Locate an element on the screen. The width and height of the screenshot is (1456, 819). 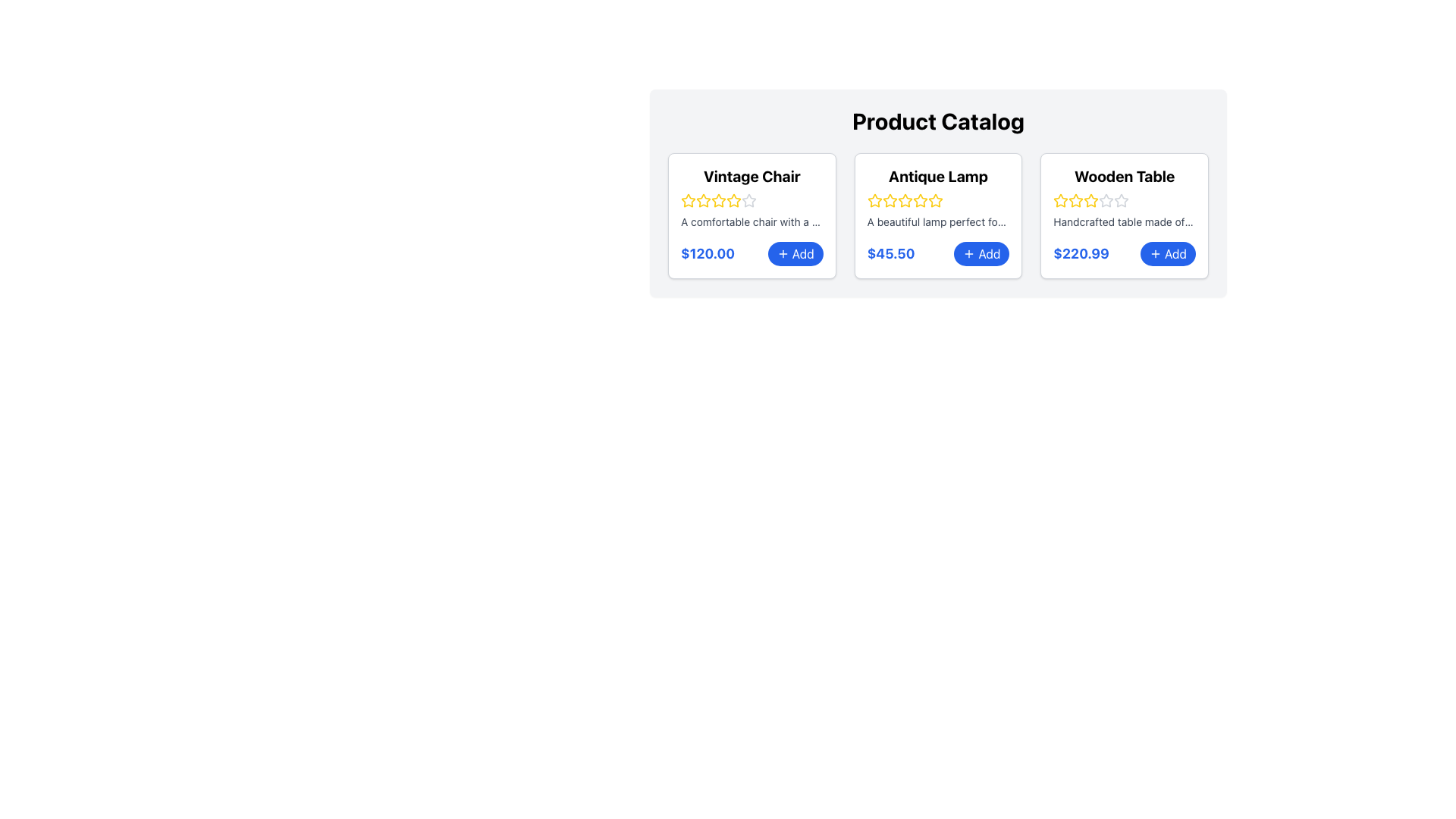
the second yellow star icon is located at coordinates (890, 200).